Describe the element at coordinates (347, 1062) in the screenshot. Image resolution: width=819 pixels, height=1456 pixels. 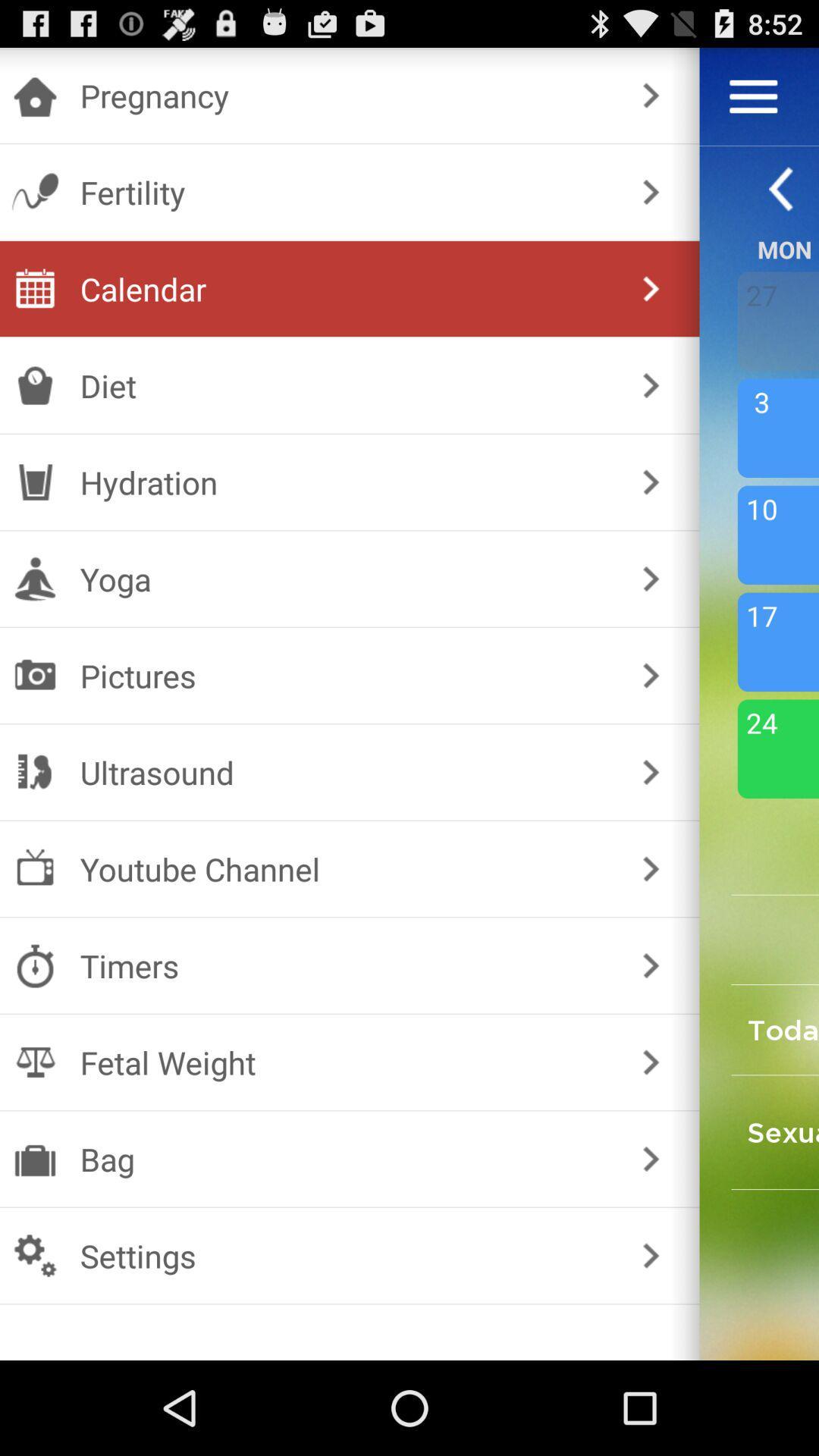
I see `the item above bag item` at that location.